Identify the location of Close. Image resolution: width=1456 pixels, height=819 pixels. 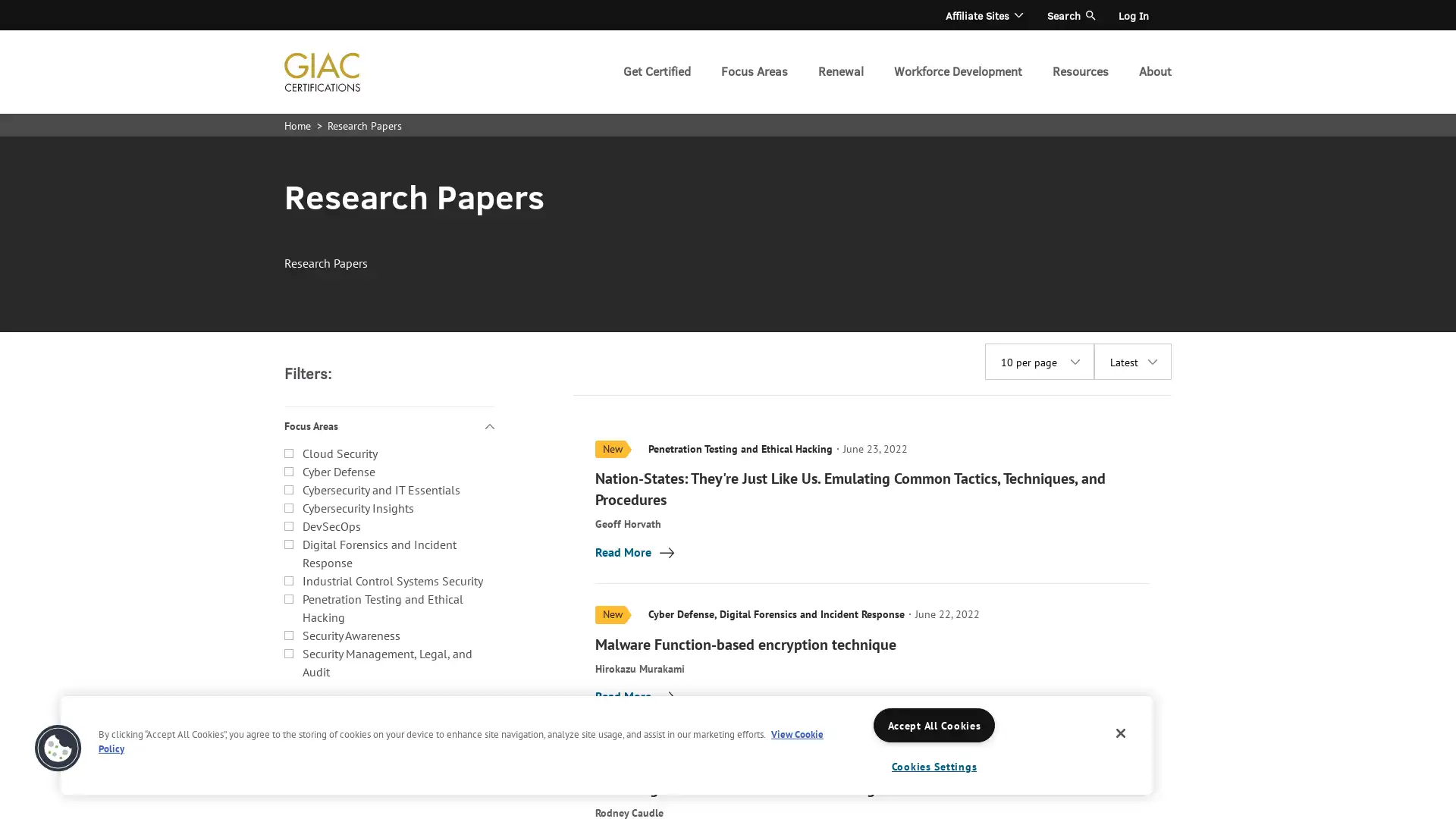
(1121, 733).